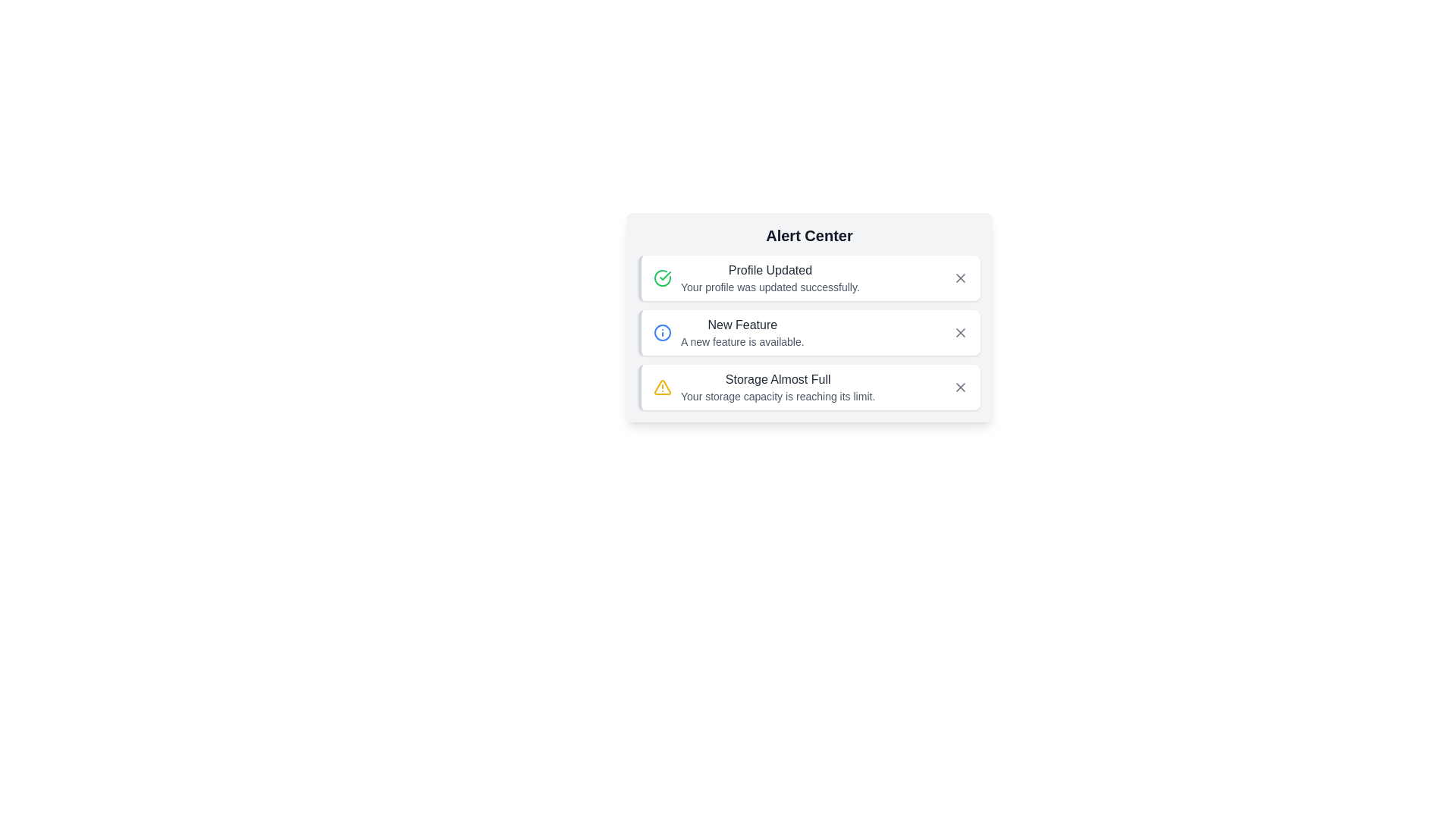 The width and height of the screenshot is (1456, 819). What do you see at coordinates (770, 287) in the screenshot?
I see `the text label displaying 'Your profile was updated successfully.' located below the title 'Profile Updated' in the first notification item of the 'Alert Center'` at bounding box center [770, 287].